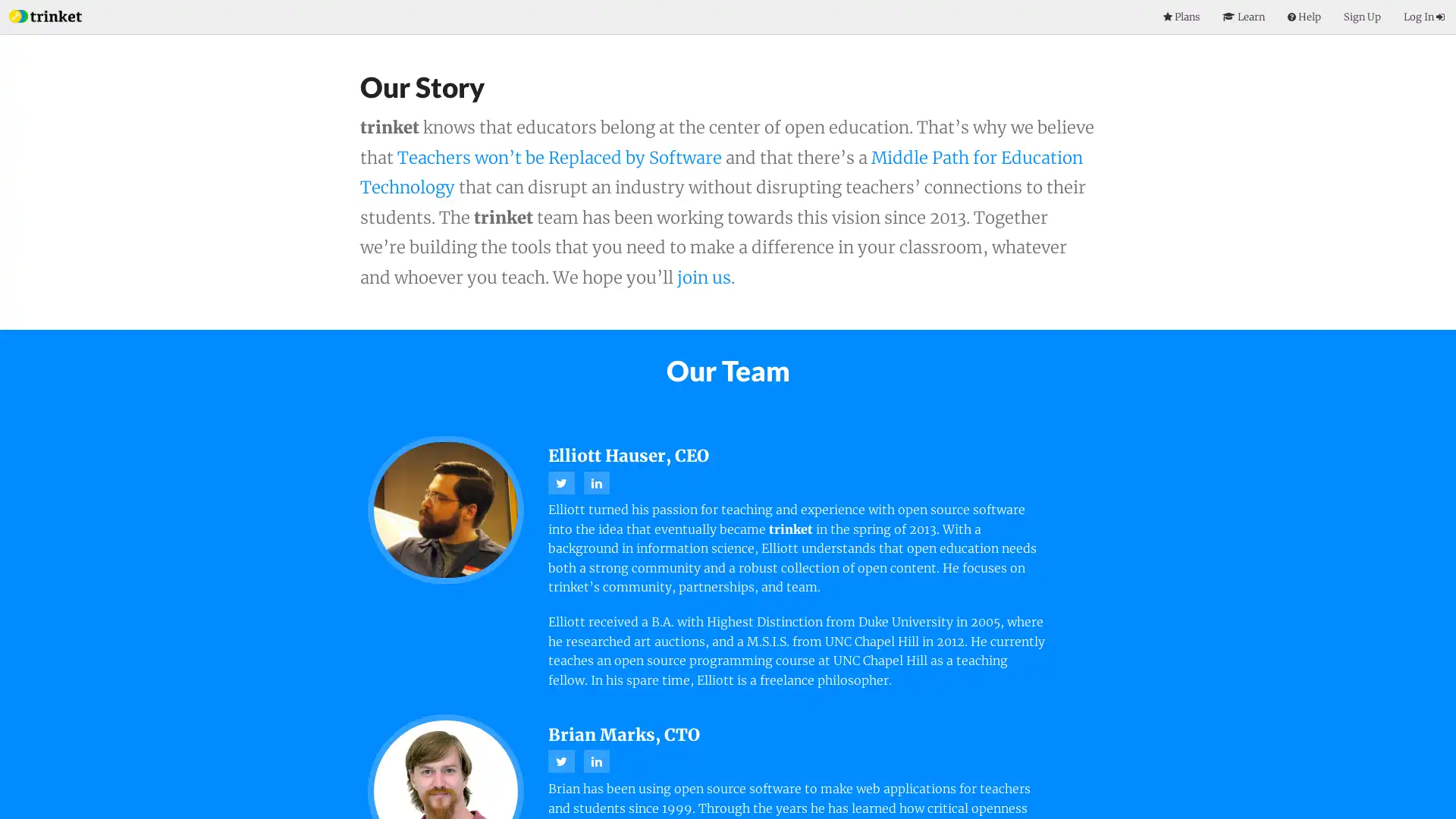 The width and height of the screenshot is (1456, 819). What do you see at coordinates (45, 14) in the screenshot?
I see `Index Page` at bounding box center [45, 14].